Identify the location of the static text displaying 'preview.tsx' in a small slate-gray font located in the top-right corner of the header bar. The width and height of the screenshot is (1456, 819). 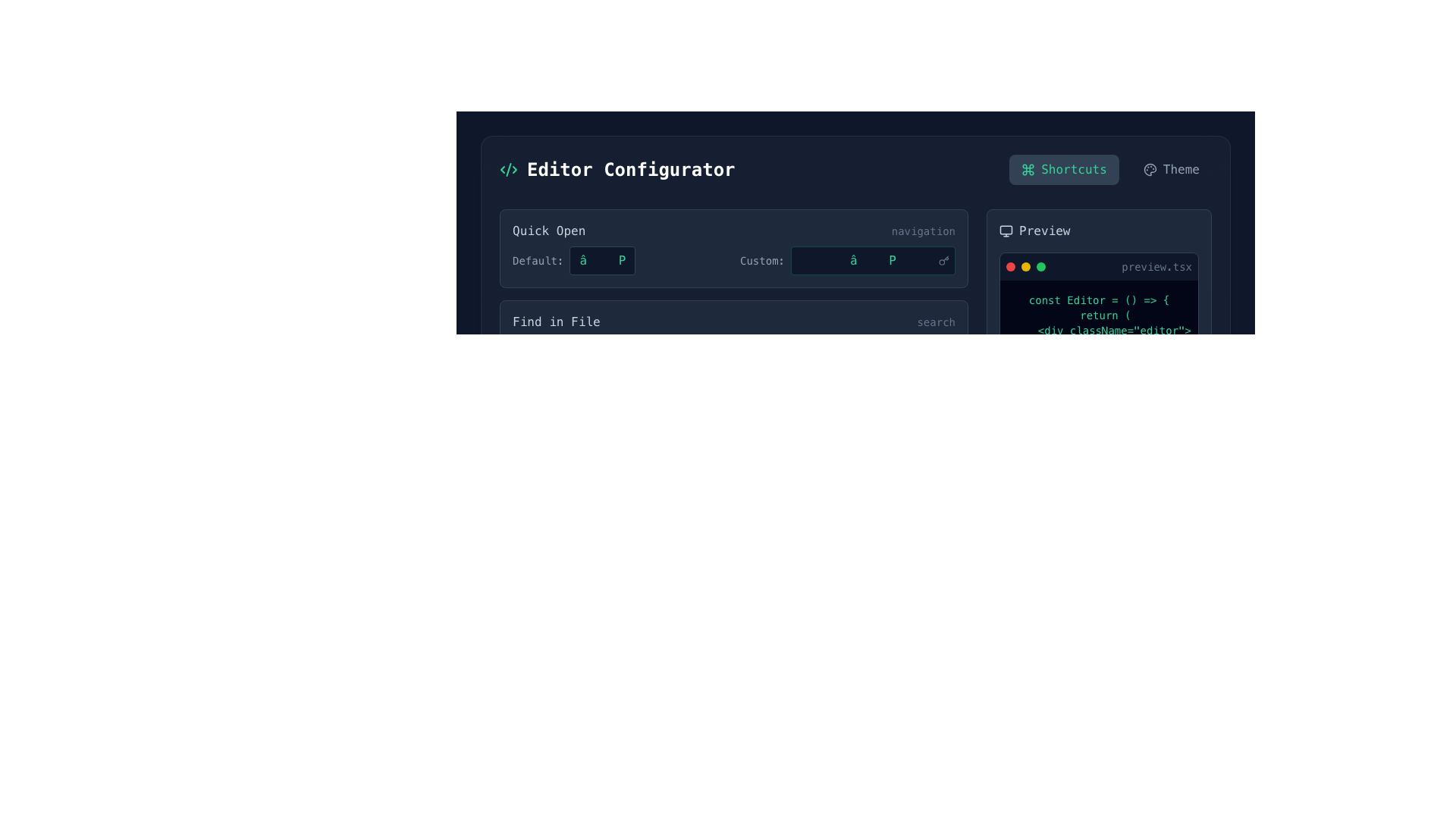
(1156, 265).